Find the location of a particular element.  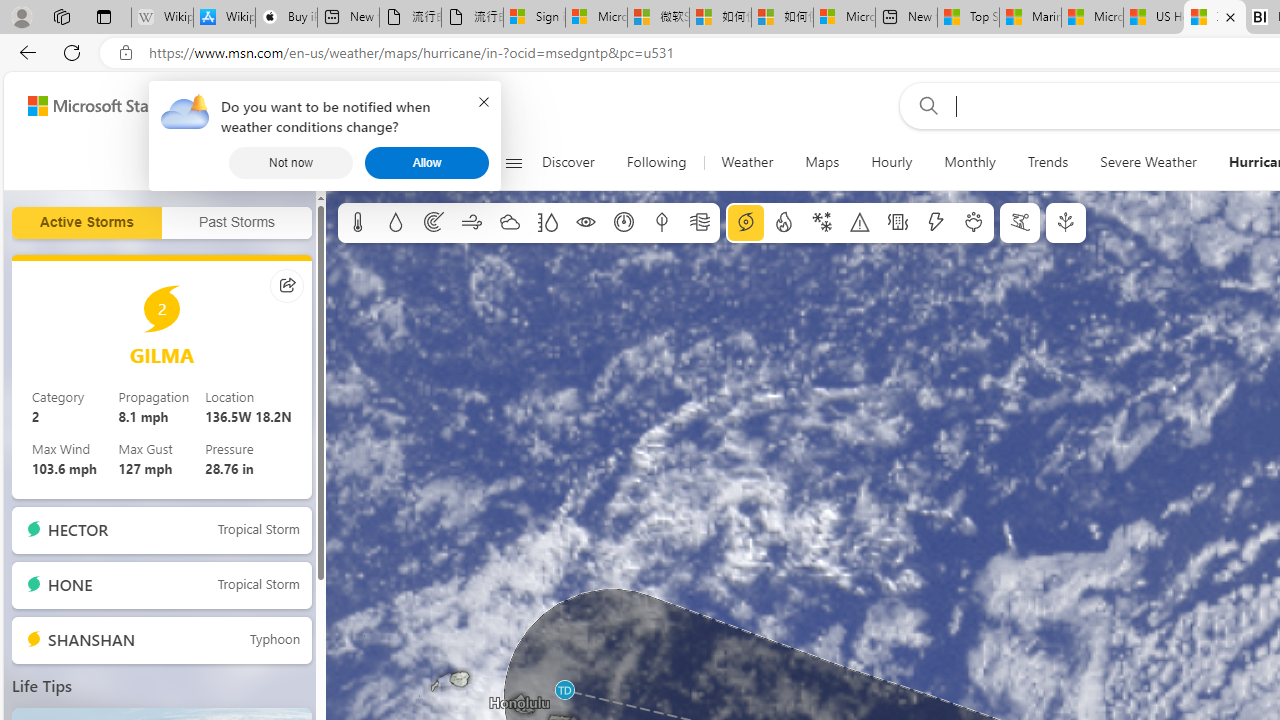

'Clouds' is located at coordinates (509, 223).